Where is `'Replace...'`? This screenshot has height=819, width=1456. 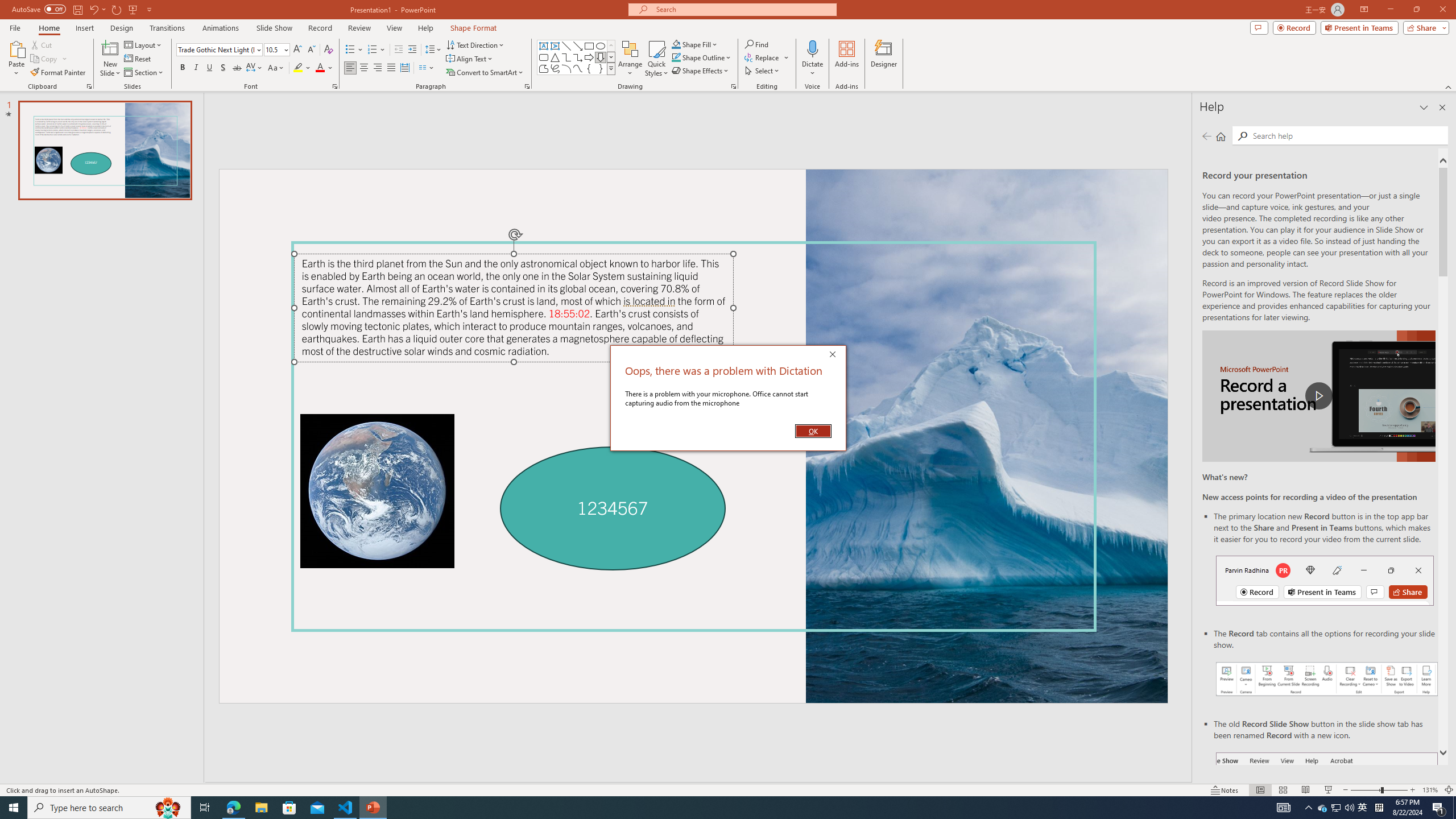 'Replace...' is located at coordinates (763, 56).